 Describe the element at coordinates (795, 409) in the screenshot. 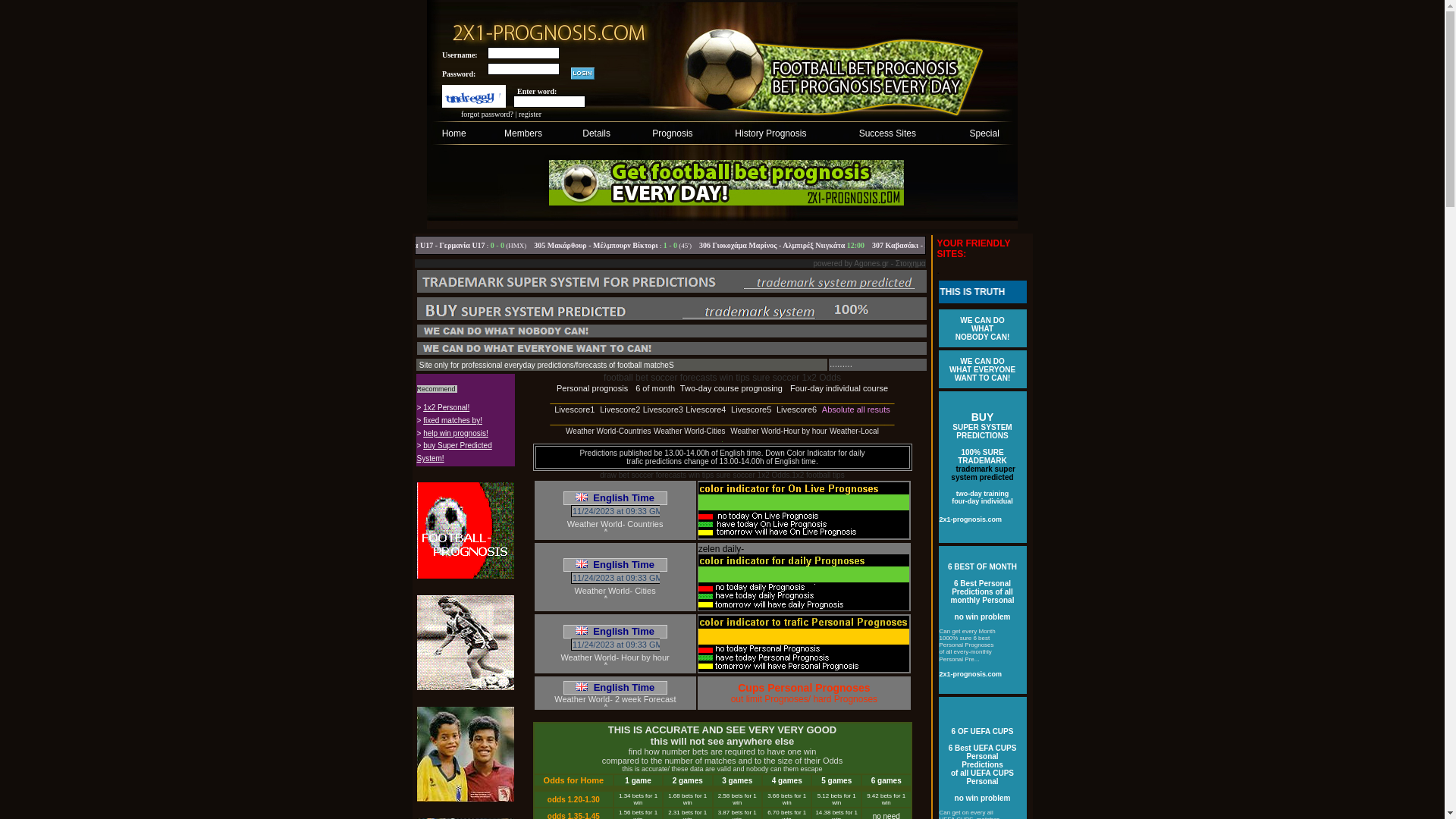

I see `'Livescore6'` at that location.